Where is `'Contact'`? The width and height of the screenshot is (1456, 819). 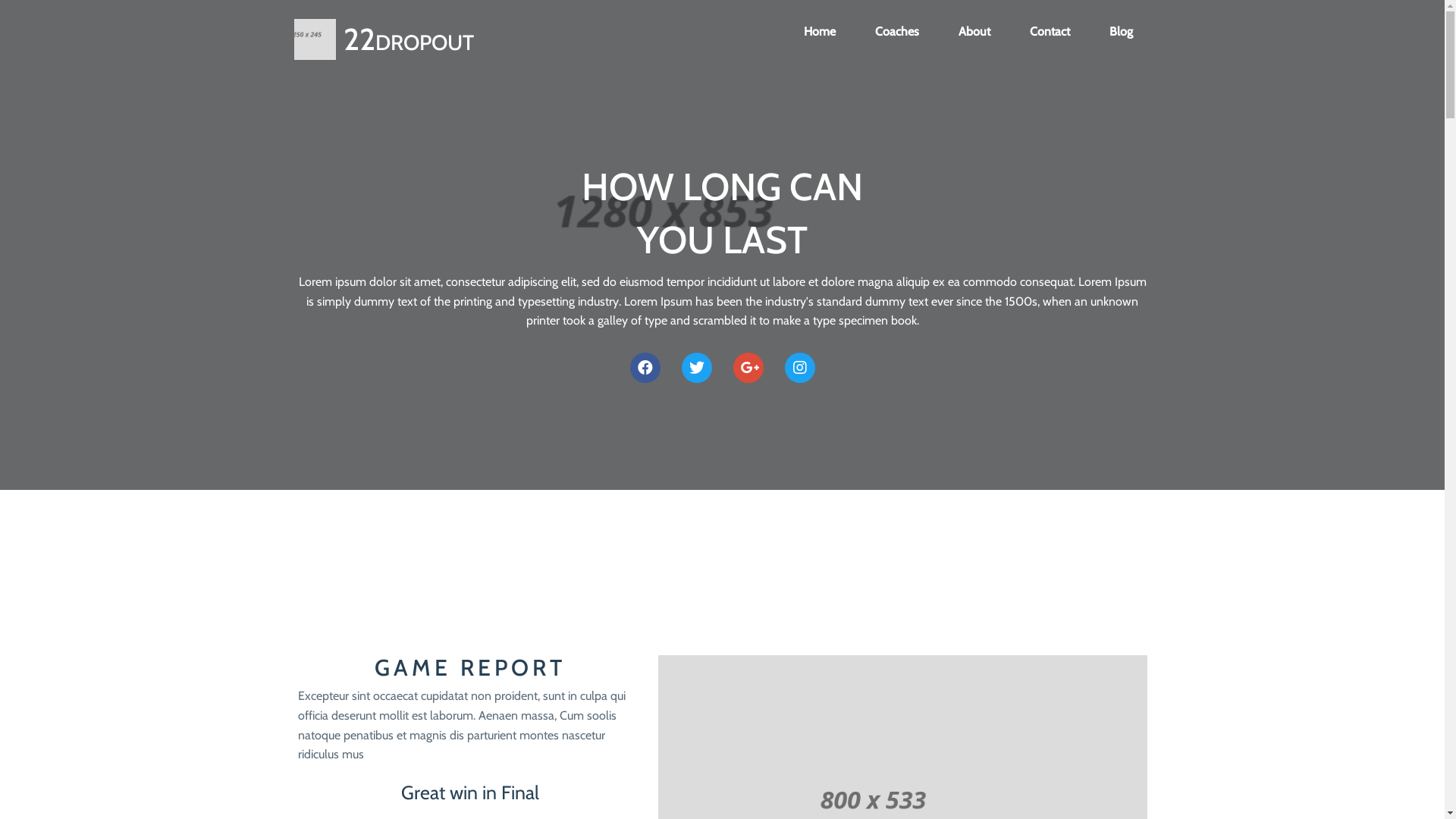
'Contact' is located at coordinates (1049, 32).